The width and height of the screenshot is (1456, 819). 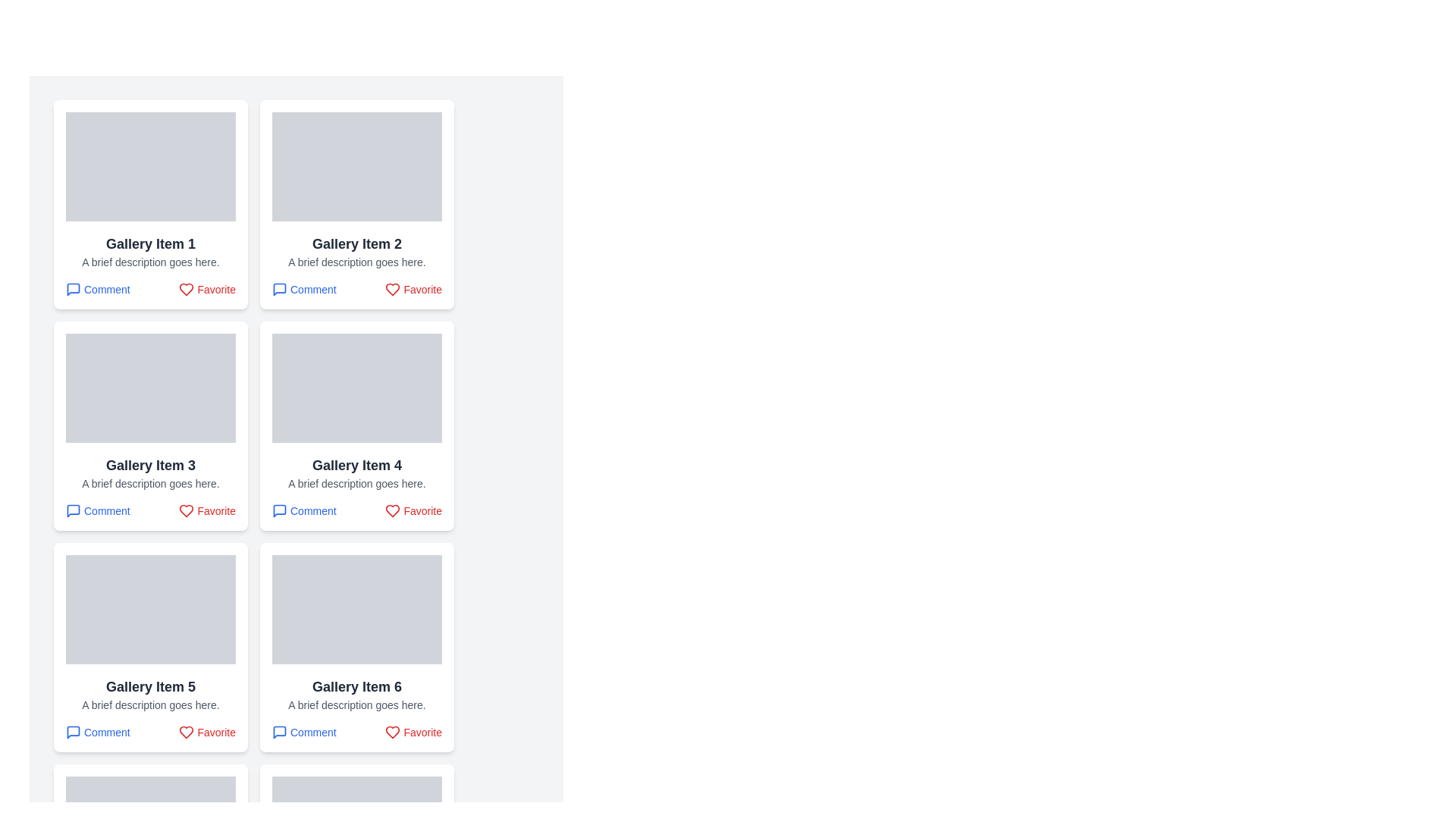 I want to click on the 'Comment' button located at the bottom-left of 'Gallery Item 2', which features a blue text label and a message box icon, so click(x=303, y=289).